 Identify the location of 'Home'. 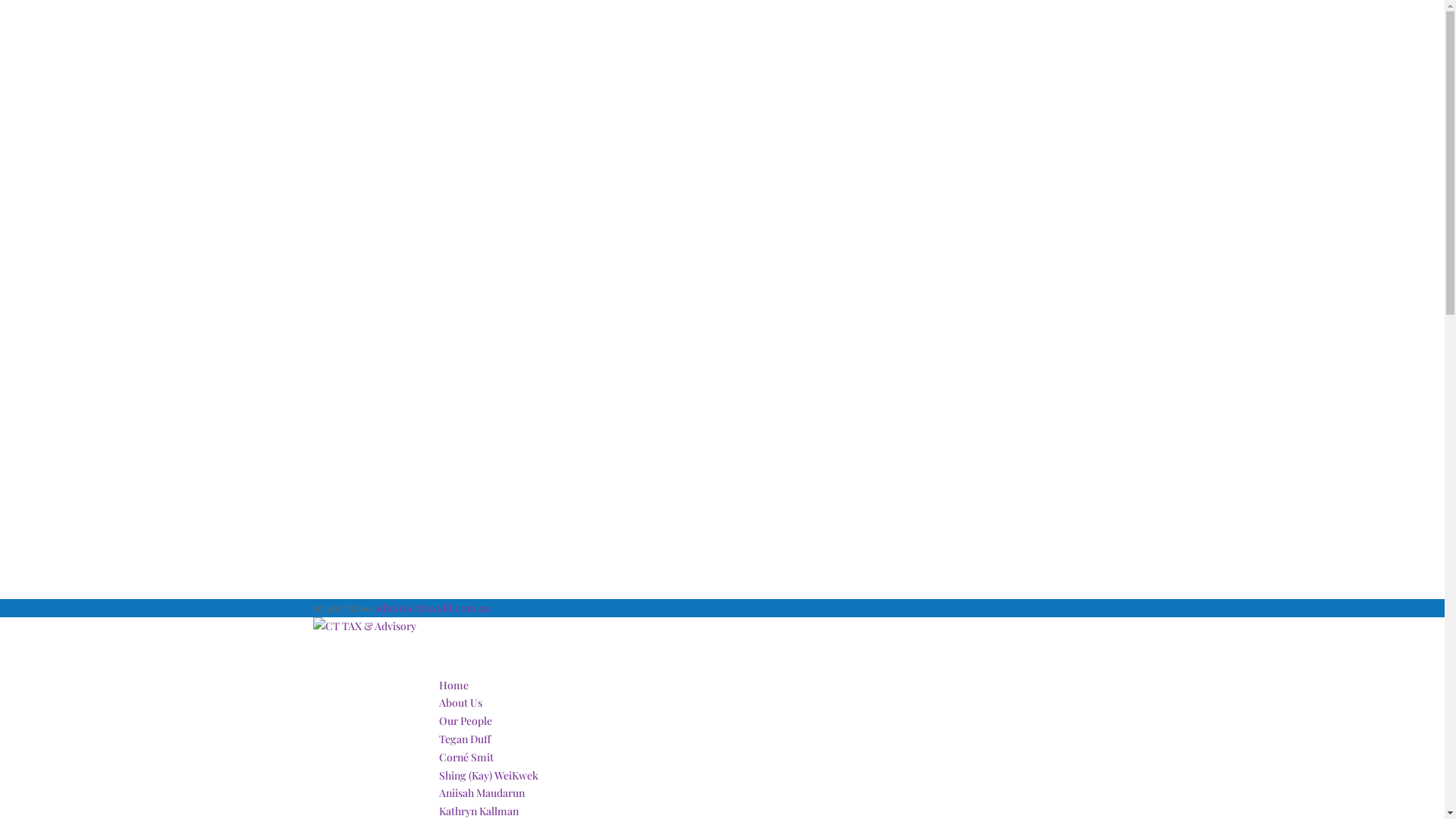
(452, 705).